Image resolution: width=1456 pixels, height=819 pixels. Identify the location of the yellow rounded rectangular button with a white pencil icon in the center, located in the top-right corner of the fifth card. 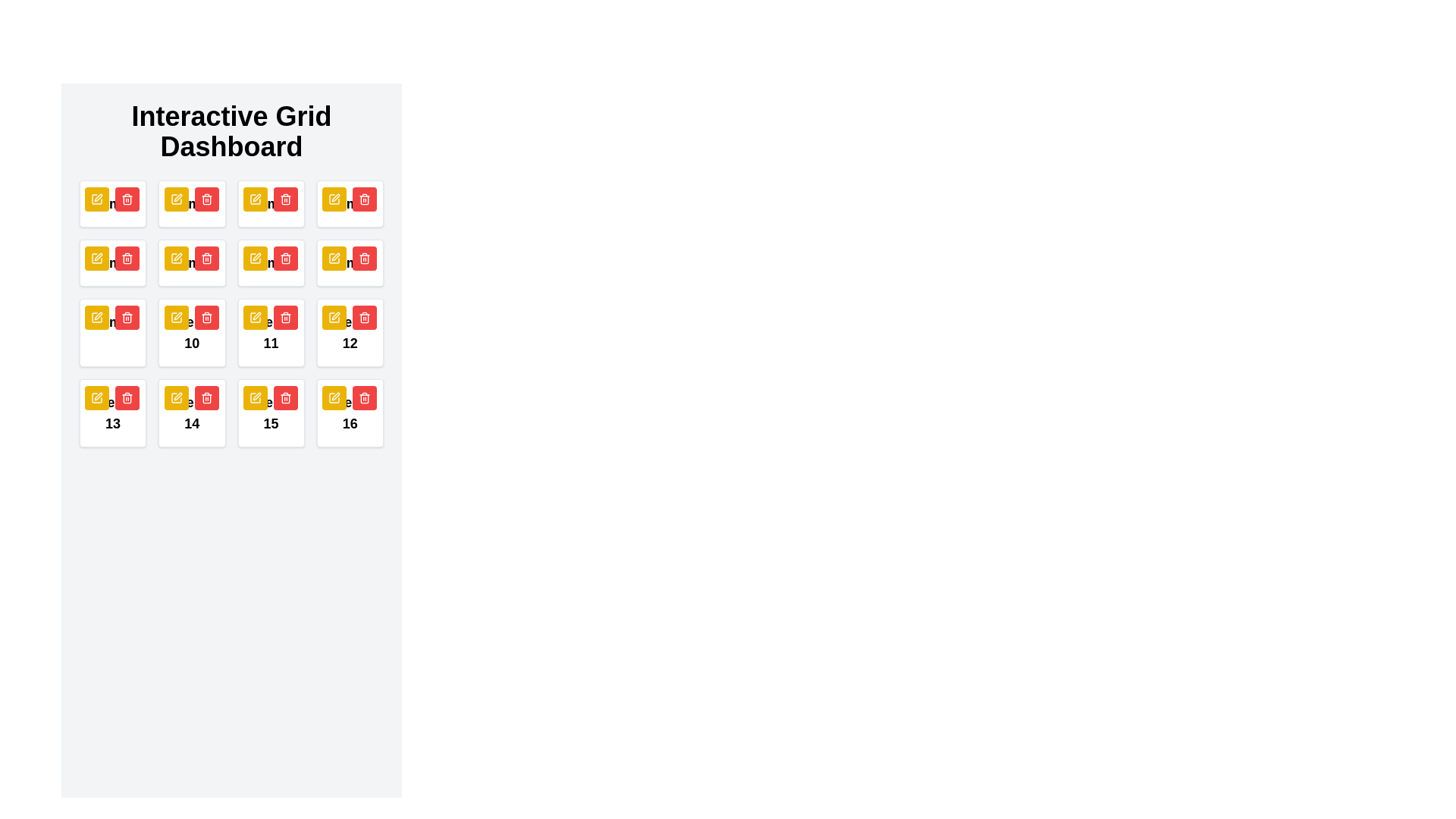
(334, 257).